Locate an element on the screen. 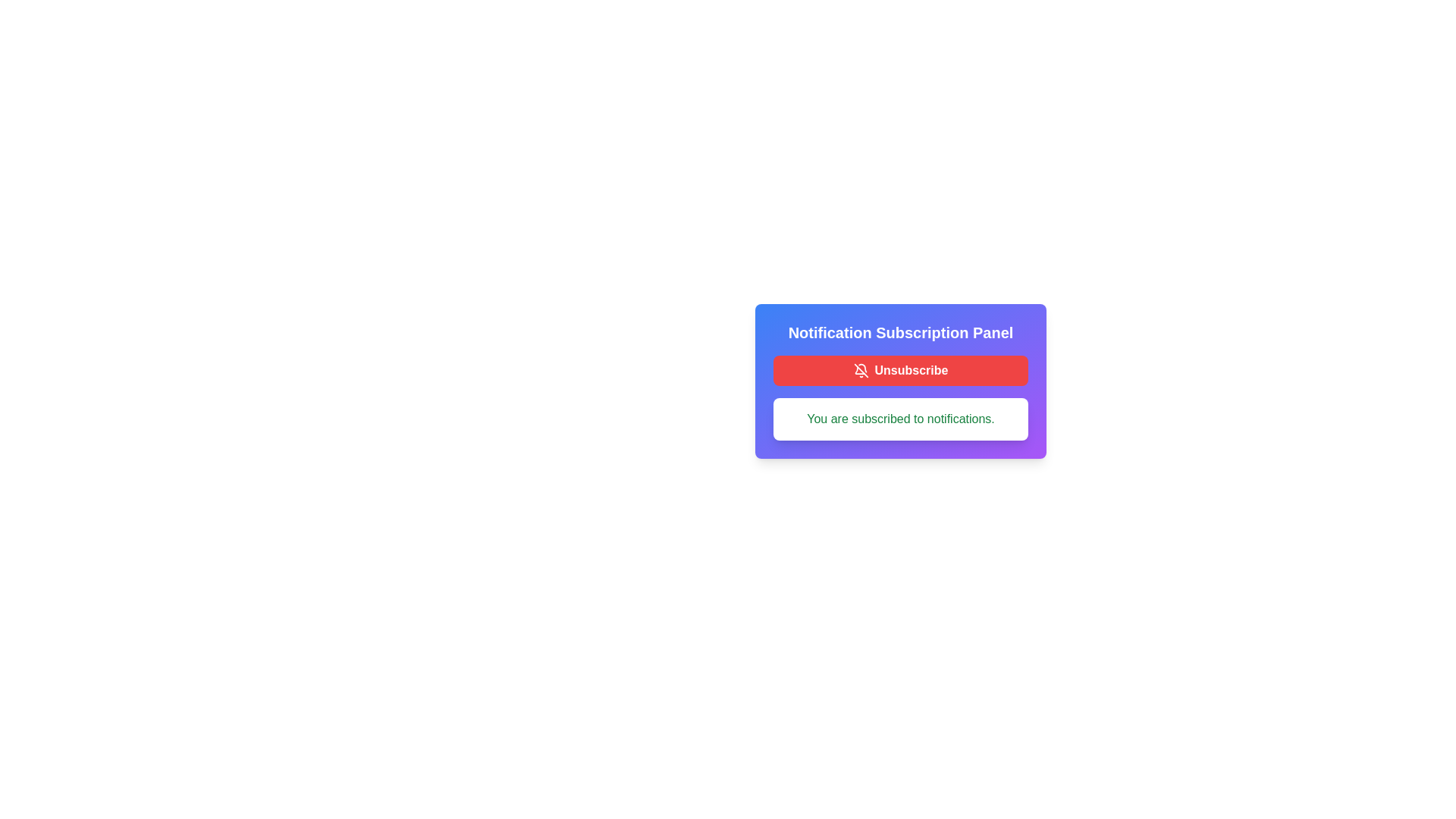 Image resolution: width=1456 pixels, height=819 pixels. the 'Unsubscribe' button located in the notification subscription panel, which displays the user's subscription status is located at coordinates (901, 380).